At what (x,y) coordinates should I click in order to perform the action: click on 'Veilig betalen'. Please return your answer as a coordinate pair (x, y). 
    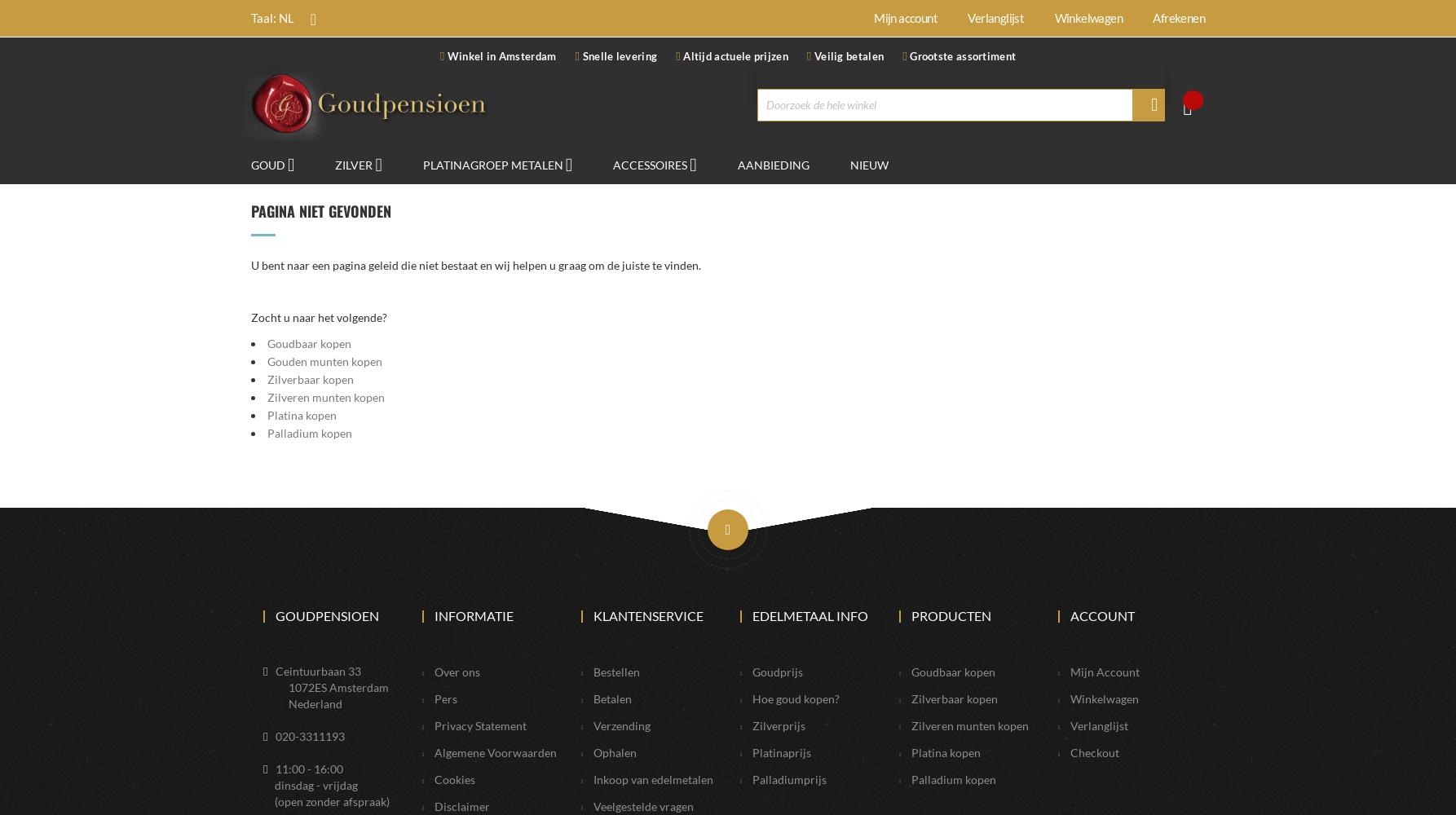
    Looking at the image, I should click on (847, 55).